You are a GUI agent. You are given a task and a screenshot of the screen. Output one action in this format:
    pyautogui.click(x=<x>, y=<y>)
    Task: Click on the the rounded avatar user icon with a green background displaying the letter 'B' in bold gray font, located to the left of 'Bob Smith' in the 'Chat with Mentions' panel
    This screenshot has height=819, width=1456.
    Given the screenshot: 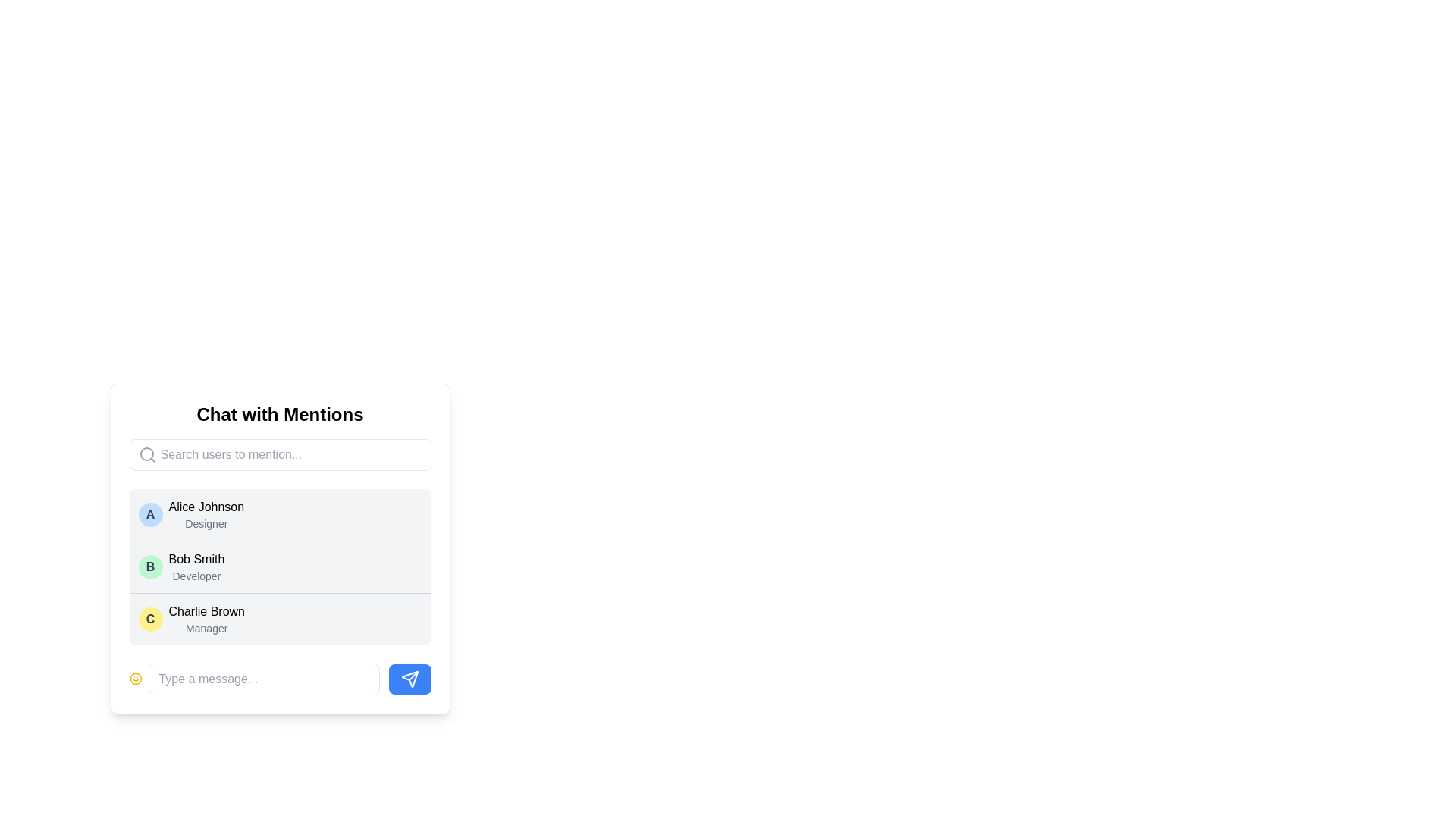 What is the action you would take?
    pyautogui.click(x=150, y=567)
    